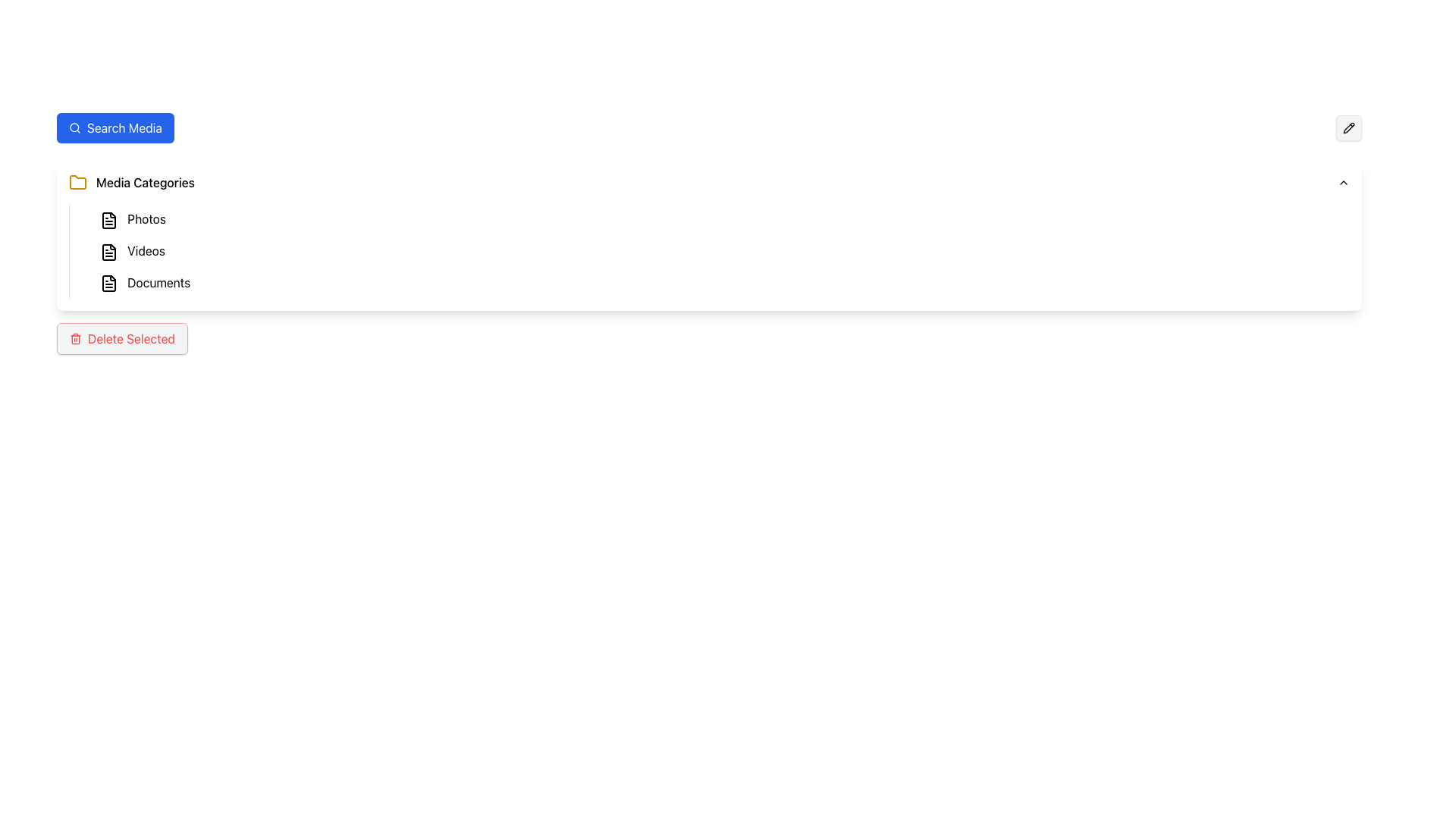  Describe the element at coordinates (108, 250) in the screenshot. I see `the small icon resembling a document with a rectangular outline and internal lines representing text, located under the heading 'Media Categories' associated with the 'Videos' option` at that location.